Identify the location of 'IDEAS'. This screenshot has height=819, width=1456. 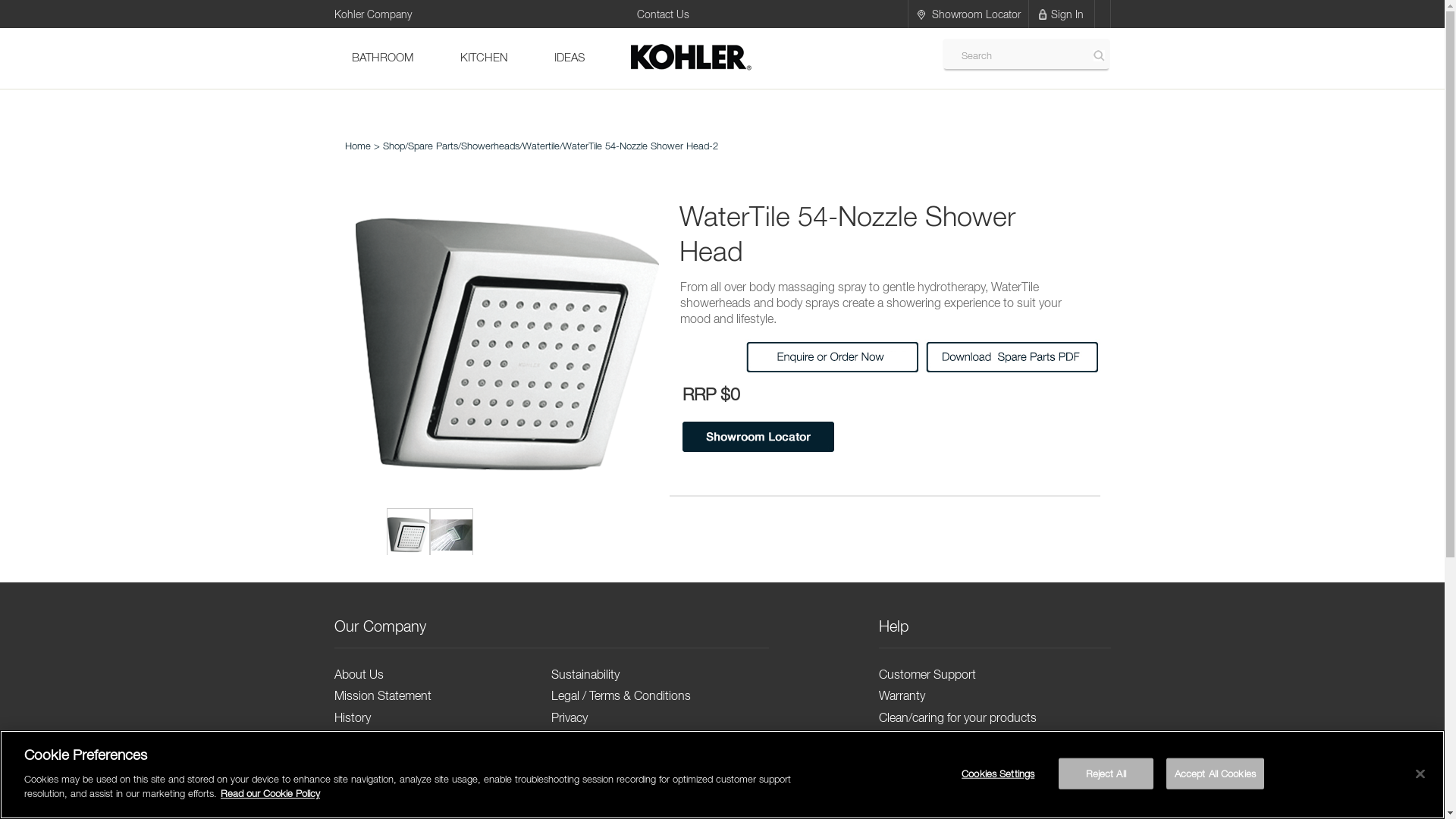
(568, 58).